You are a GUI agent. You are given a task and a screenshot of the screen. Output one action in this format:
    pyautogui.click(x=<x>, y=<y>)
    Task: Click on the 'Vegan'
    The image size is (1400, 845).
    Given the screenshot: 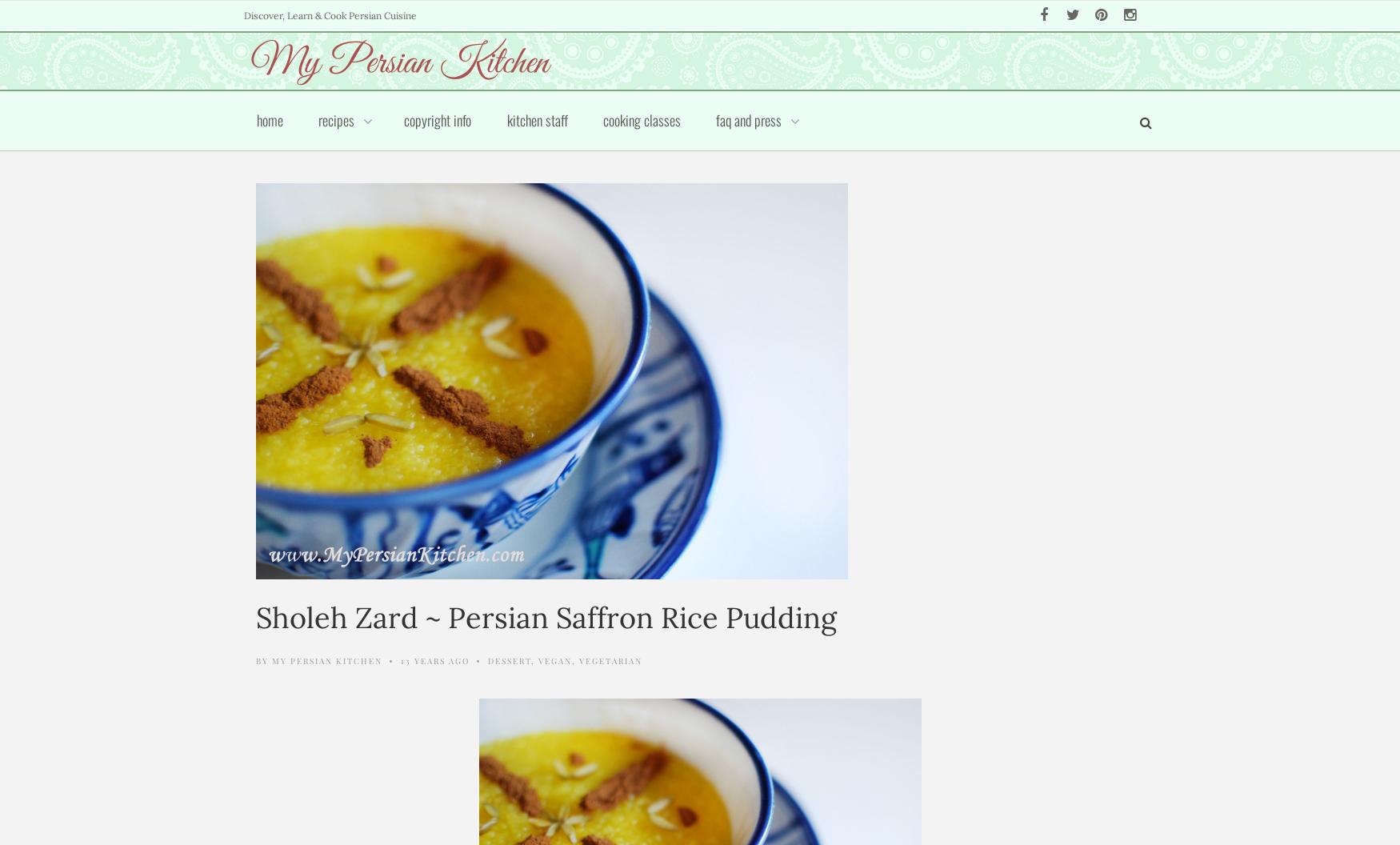 What is the action you would take?
    pyautogui.click(x=555, y=661)
    